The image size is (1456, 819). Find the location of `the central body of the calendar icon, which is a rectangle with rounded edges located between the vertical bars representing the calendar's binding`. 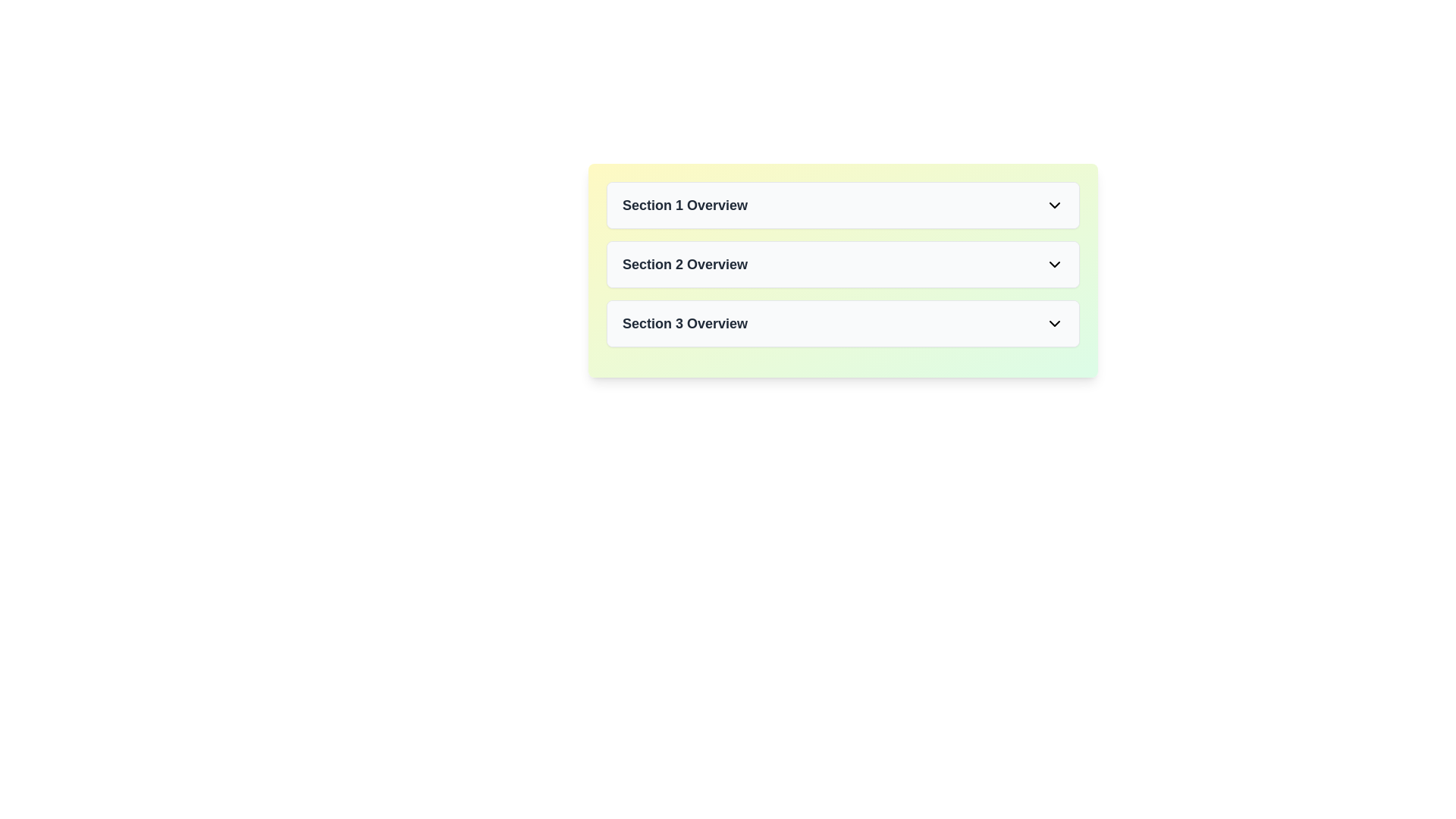

the central body of the calendar icon, which is a rectangle with rounded edges located between the vertical bars representing the calendar's binding is located at coordinates (616, 298).